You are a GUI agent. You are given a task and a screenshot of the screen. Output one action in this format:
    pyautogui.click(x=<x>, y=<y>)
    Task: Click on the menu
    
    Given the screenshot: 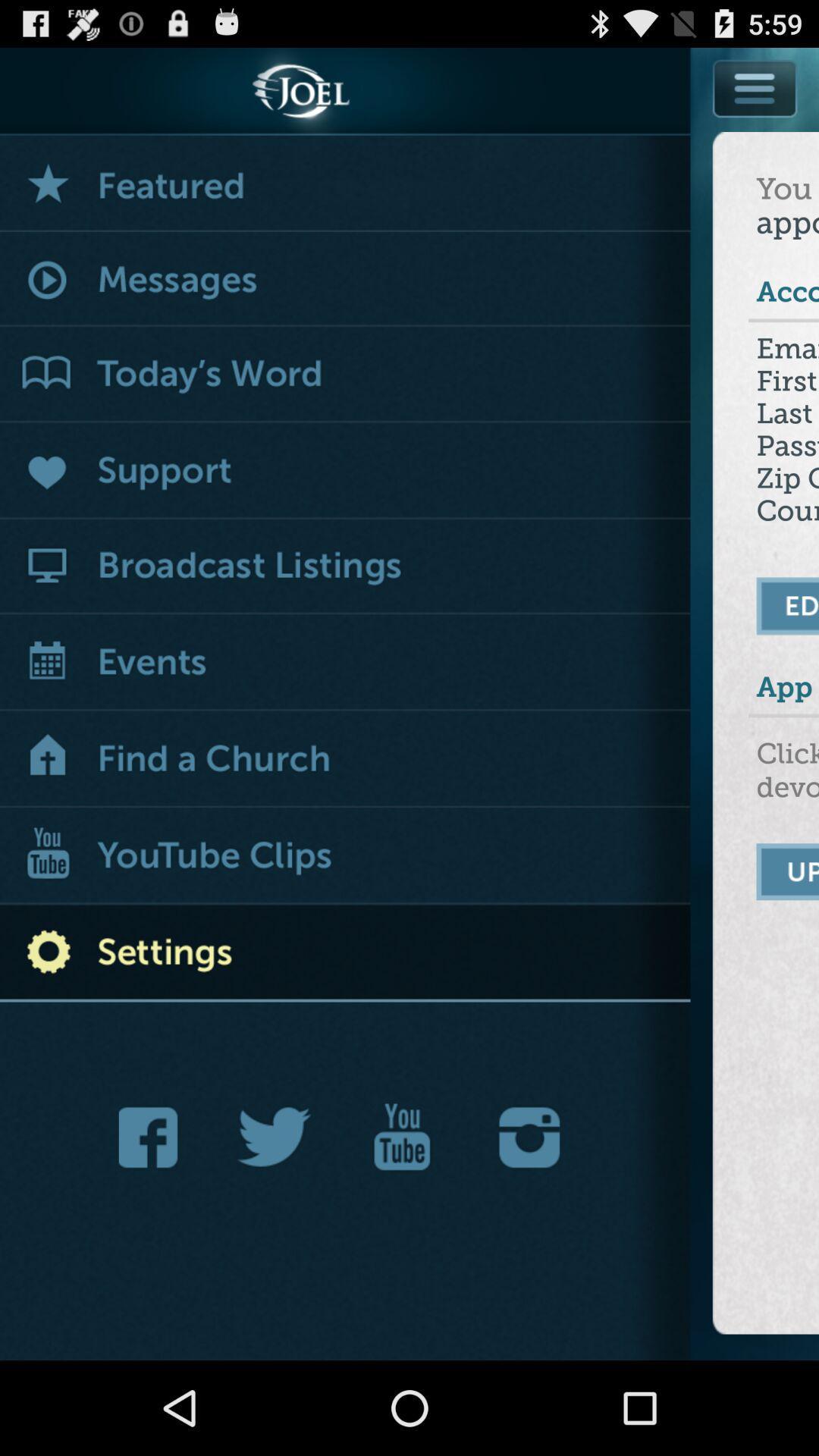 What is the action you would take?
    pyautogui.click(x=755, y=122)
    